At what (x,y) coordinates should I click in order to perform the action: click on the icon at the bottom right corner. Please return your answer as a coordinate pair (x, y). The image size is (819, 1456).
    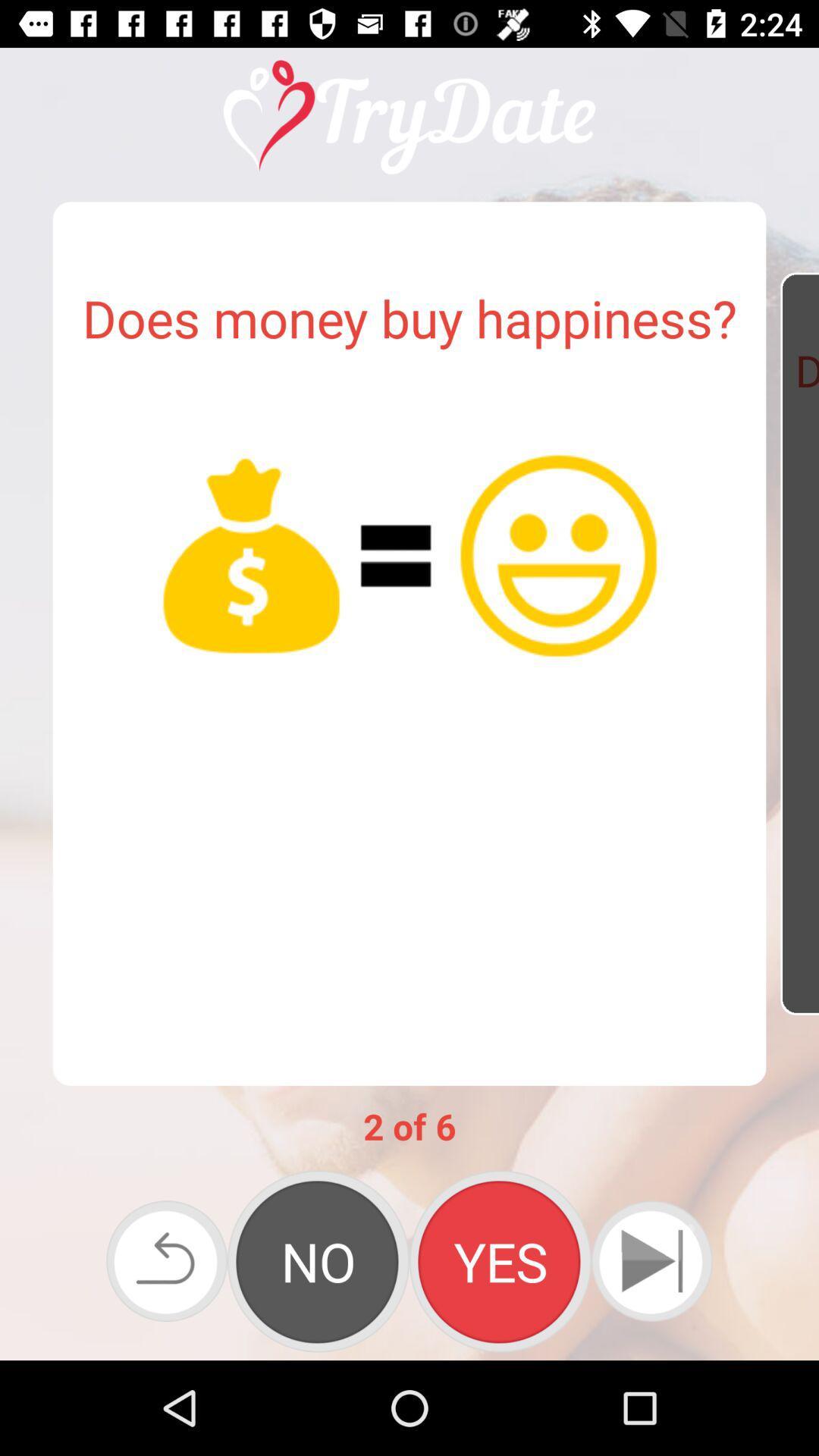
    Looking at the image, I should click on (651, 1261).